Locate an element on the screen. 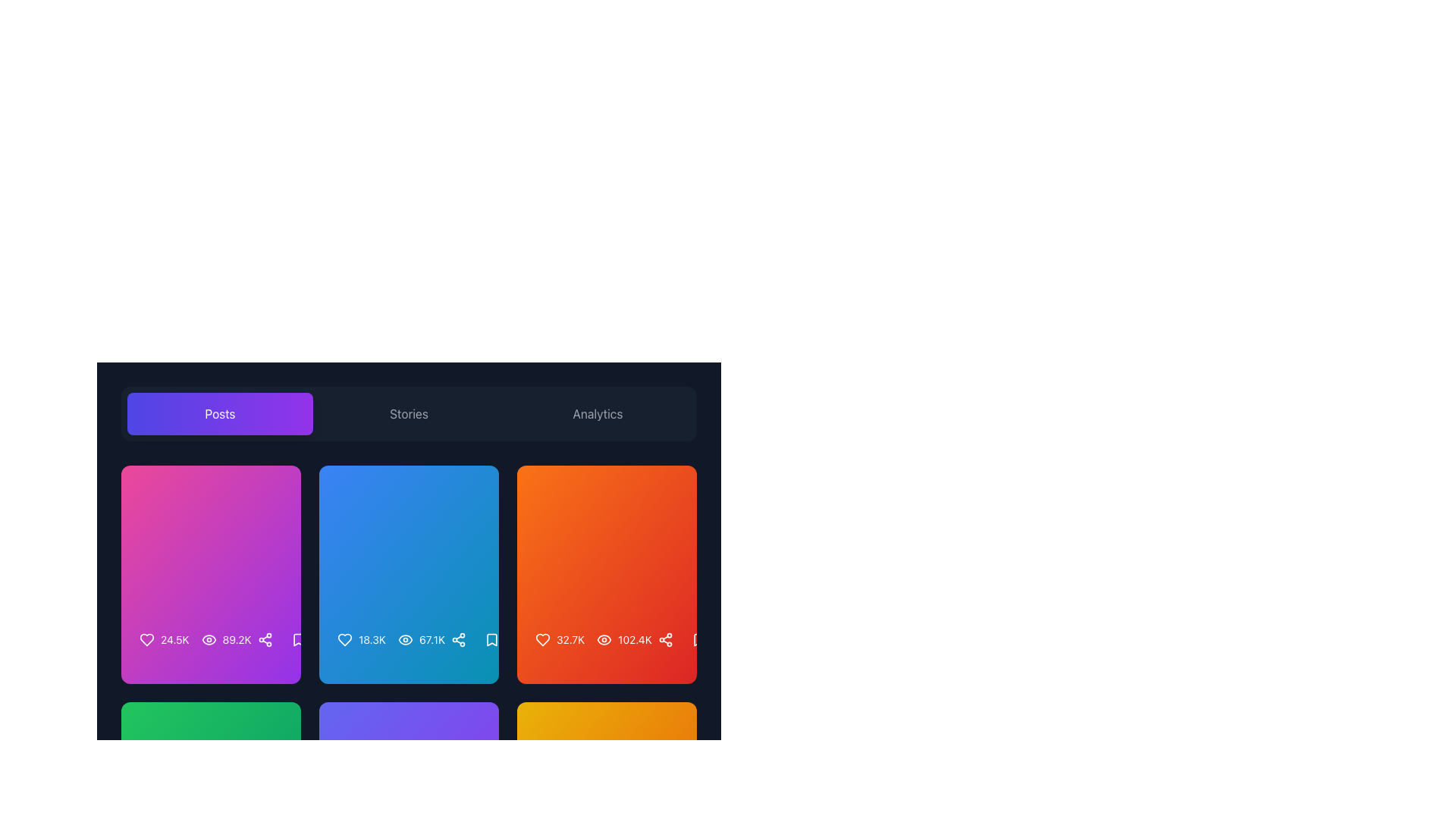 This screenshot has height=819, width=1456. the Text label located in the bottom-left region of the purple-pink gradient card, which represents the number of likes or engagements, positioned next to a heart icon and a numerical view count is located at coordinates (174, 640).